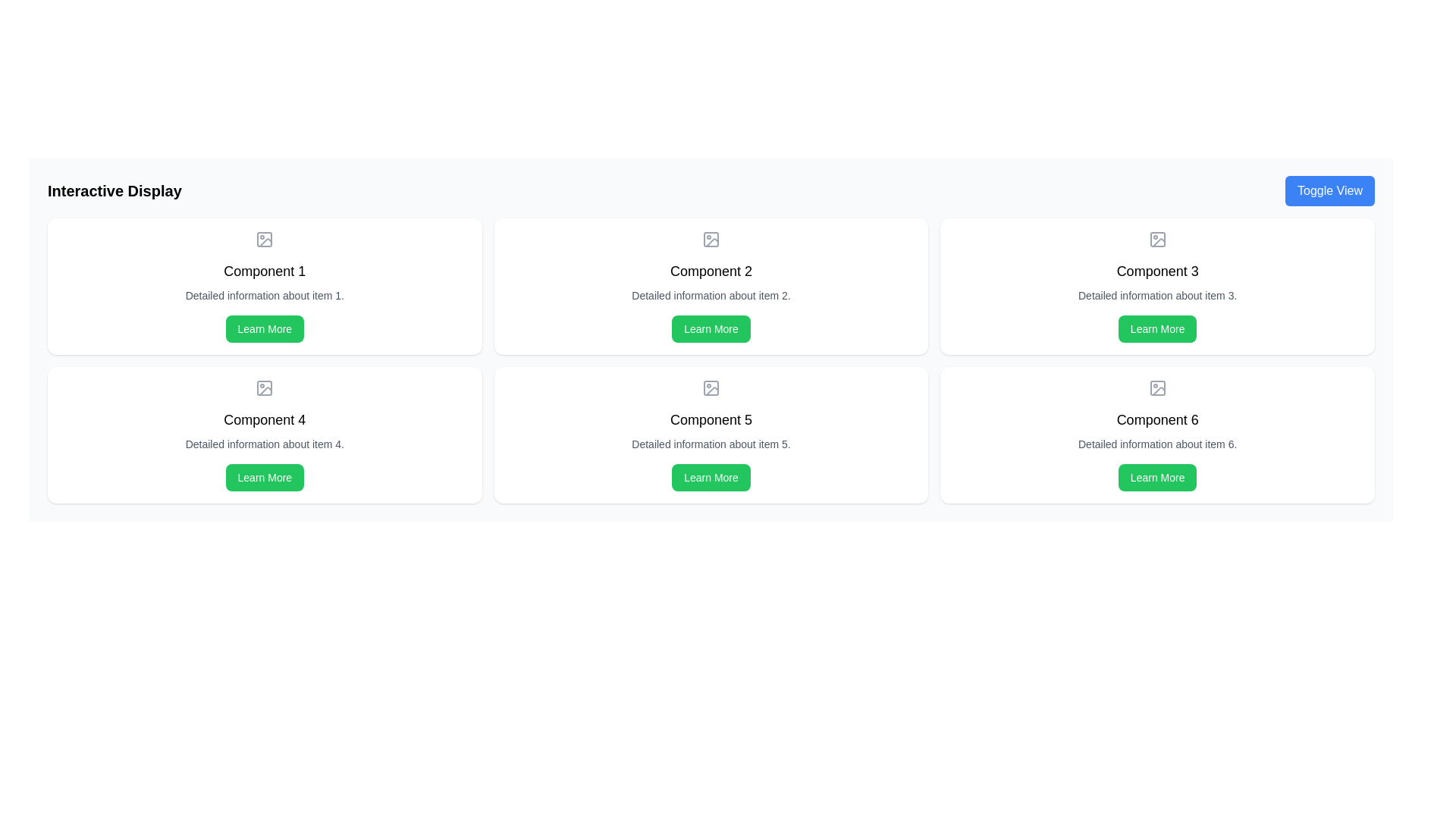 The height and width of the screenshot is (819, 1456). I want to click on the text label providing additional information for the 'Component 3' card, located centrally within the card above the 'Learn More' button, so click(1156, 295).